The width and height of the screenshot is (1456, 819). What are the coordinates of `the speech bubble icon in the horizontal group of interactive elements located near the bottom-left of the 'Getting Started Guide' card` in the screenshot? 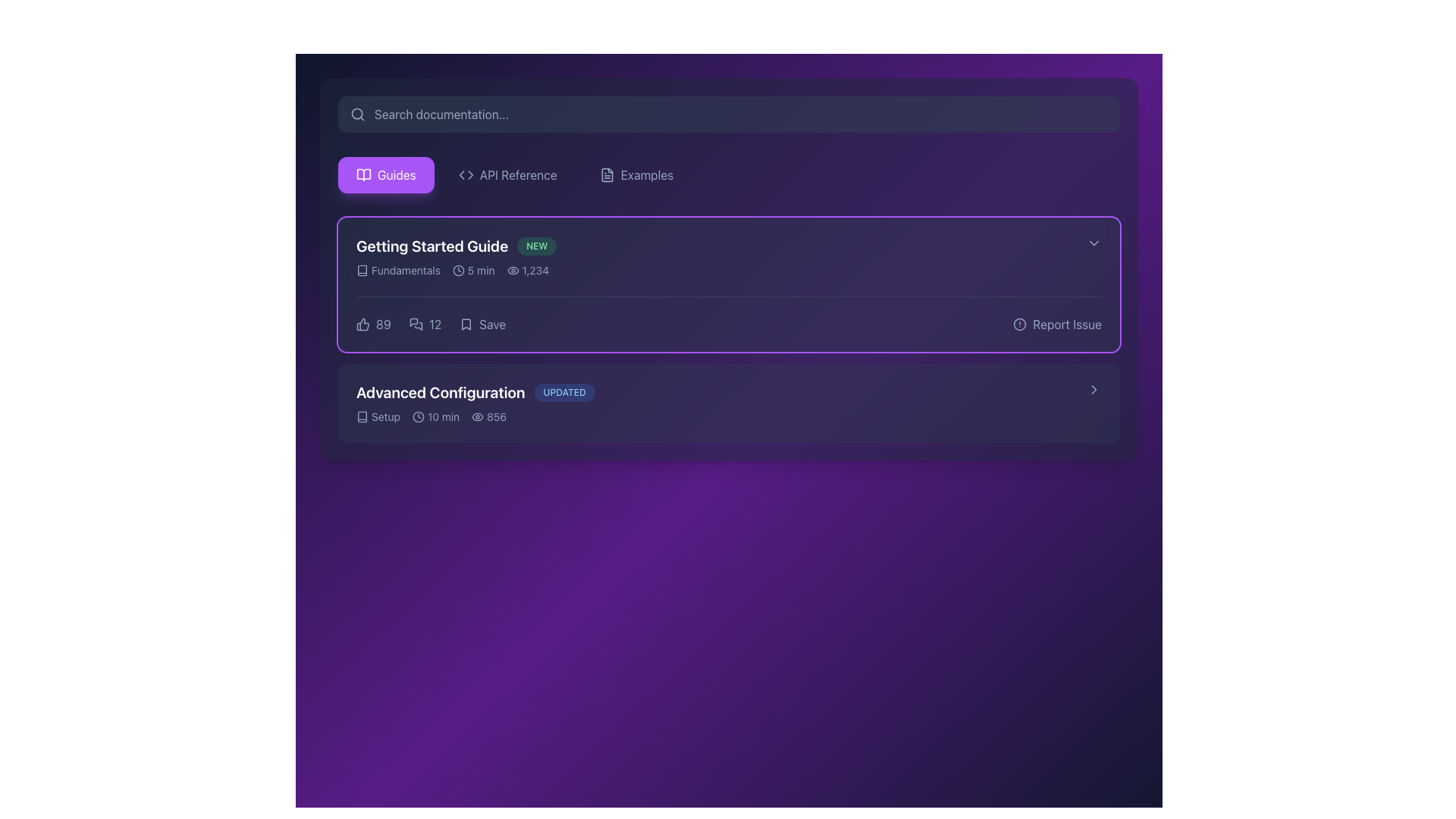 It's located at (430, 324).